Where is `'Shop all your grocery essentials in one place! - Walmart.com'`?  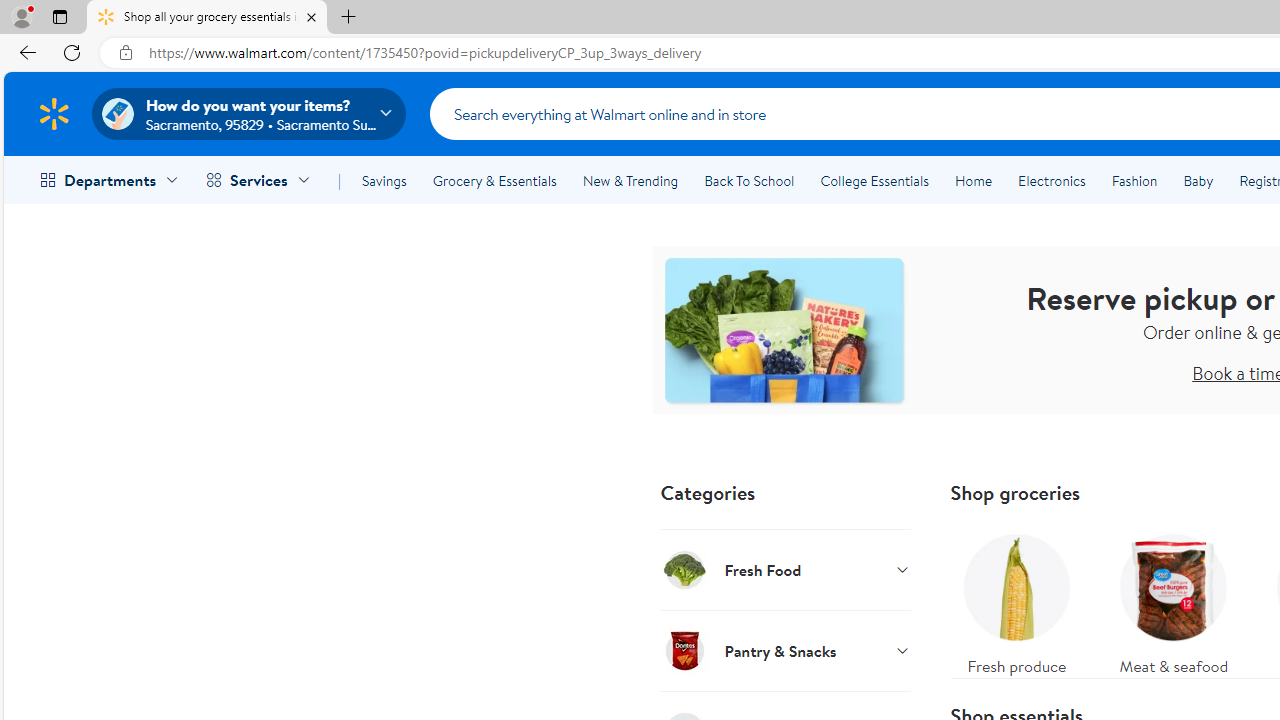
'Shop all your grocery essentials in one place! - Walmart.com' is located at coordinates (207, 17).